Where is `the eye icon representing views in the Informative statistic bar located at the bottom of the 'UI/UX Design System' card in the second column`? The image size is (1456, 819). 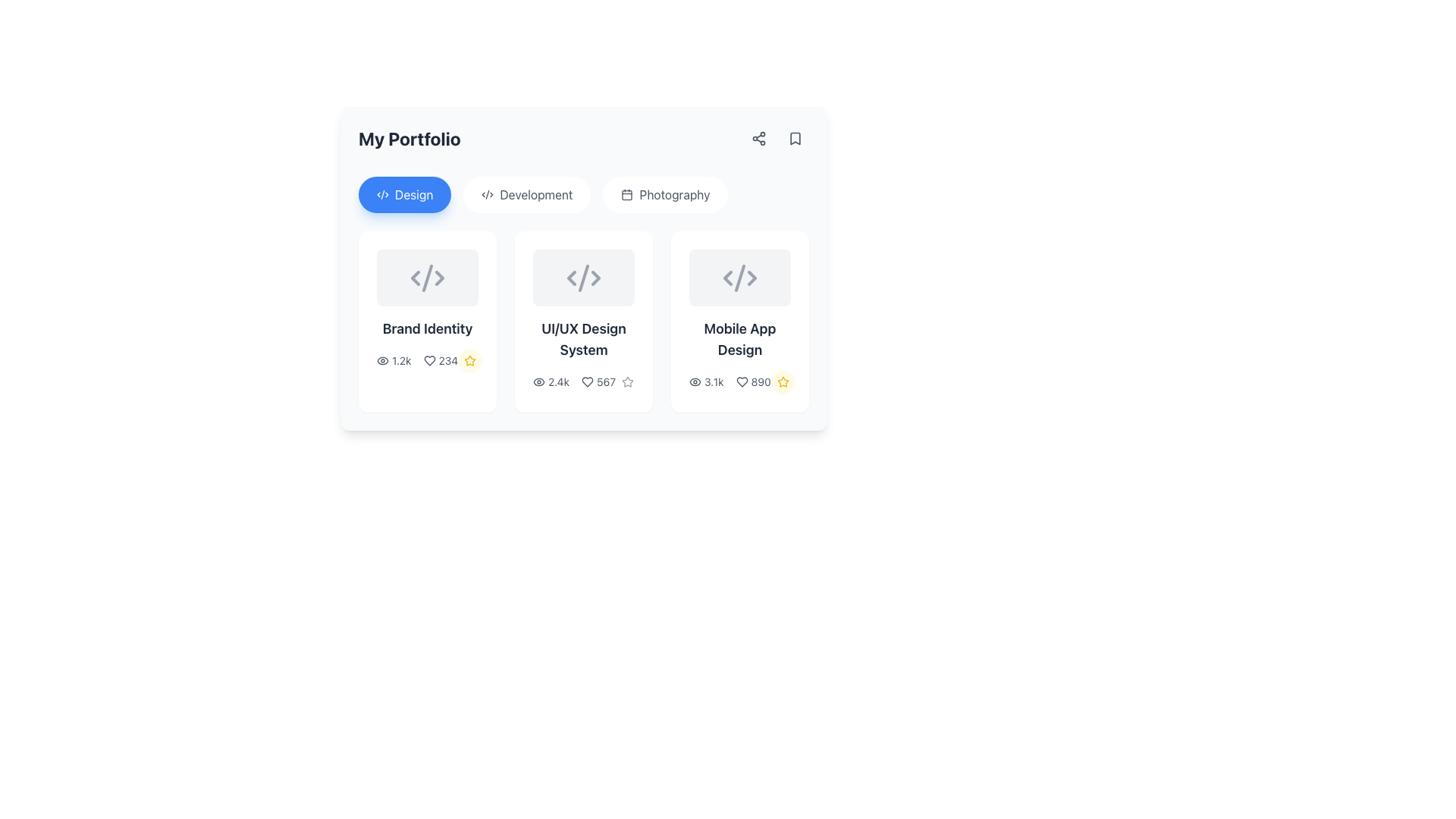 the eye icon representing views in the Informative statistic bar located at the bottom of the 'UI/UX Design System' card in the second column is located at coordinates (582, 381).